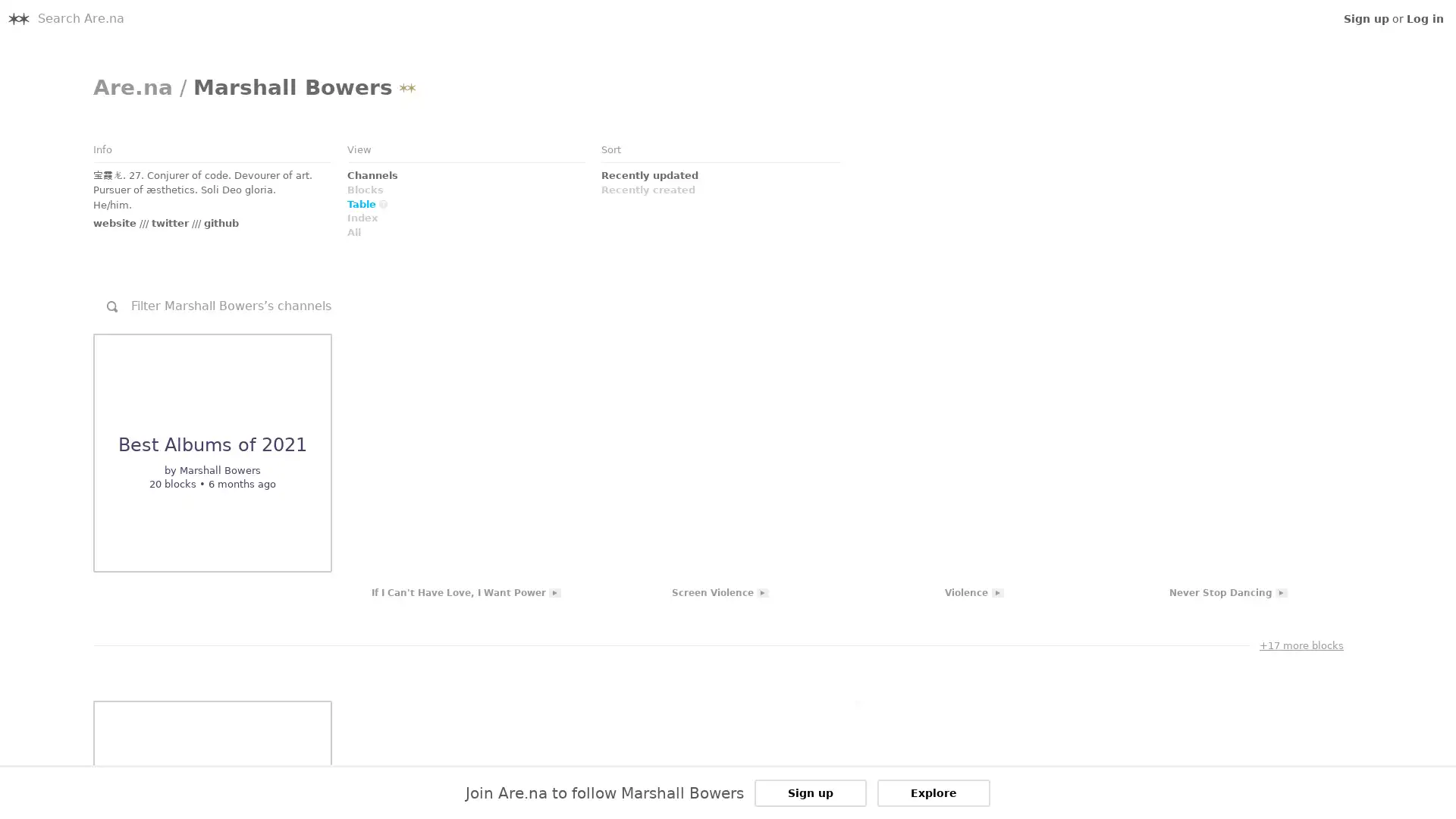 The image size is (1456, 819). I want to click on Link to Embed: Never Stop Dancing, so click(1228, 451).